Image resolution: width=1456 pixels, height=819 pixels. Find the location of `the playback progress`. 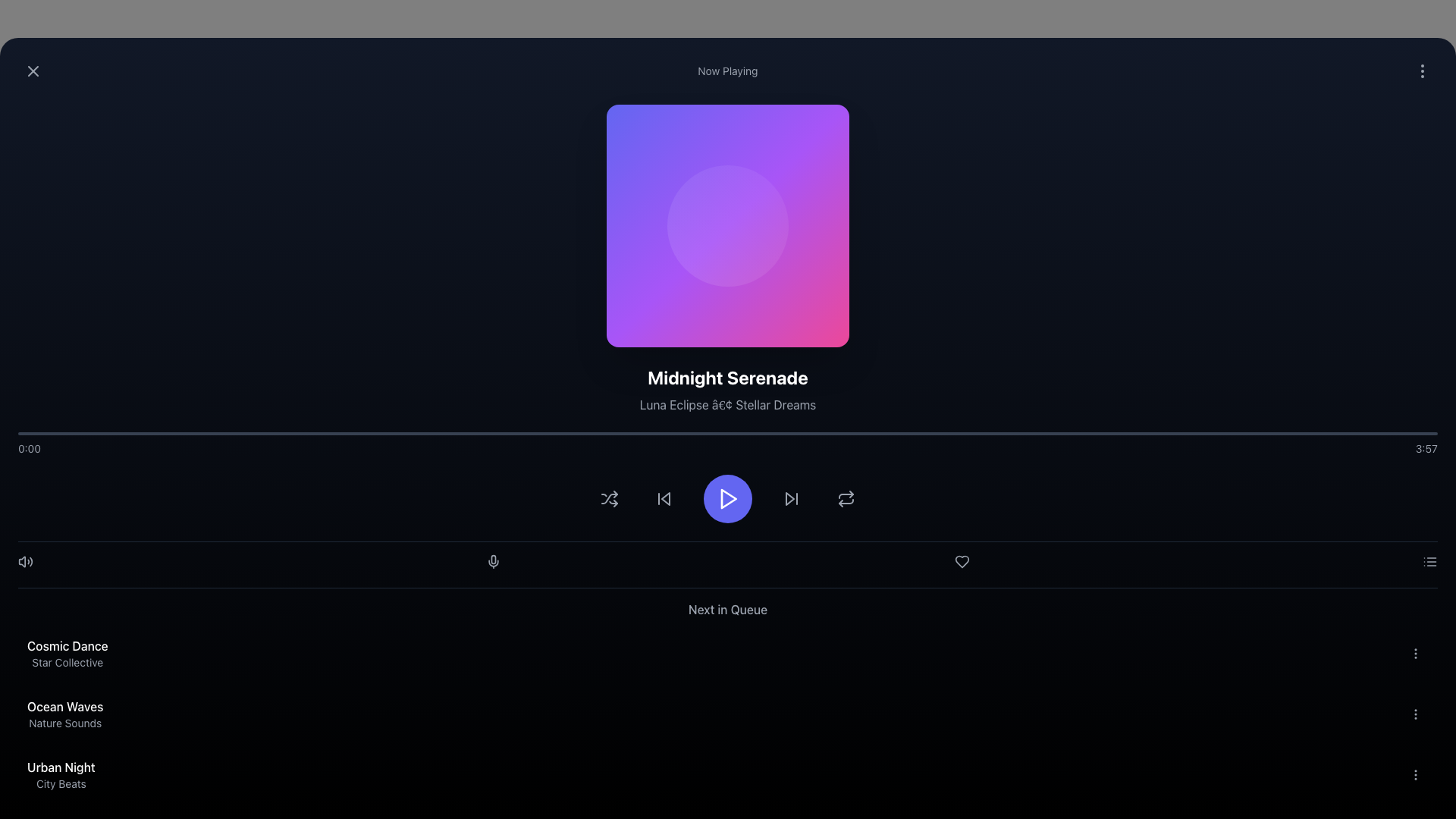

the playback progress is located at coordinates (954, 433).